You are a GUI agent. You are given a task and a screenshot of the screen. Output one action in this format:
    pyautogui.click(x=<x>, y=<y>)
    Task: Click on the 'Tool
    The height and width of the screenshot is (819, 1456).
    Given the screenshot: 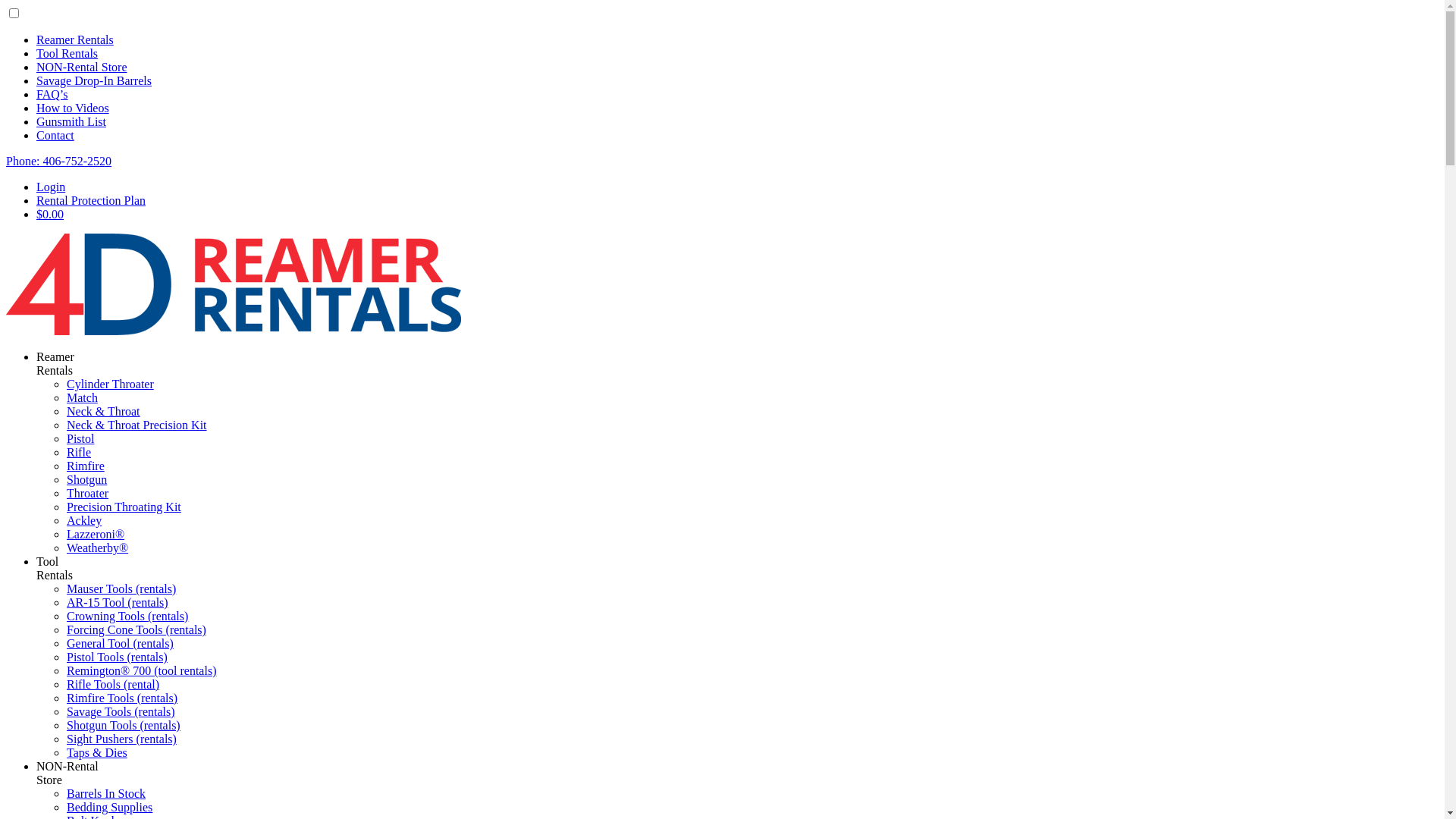 What is the action you would take?
    pyautogui.click(x=55, y=568)
    